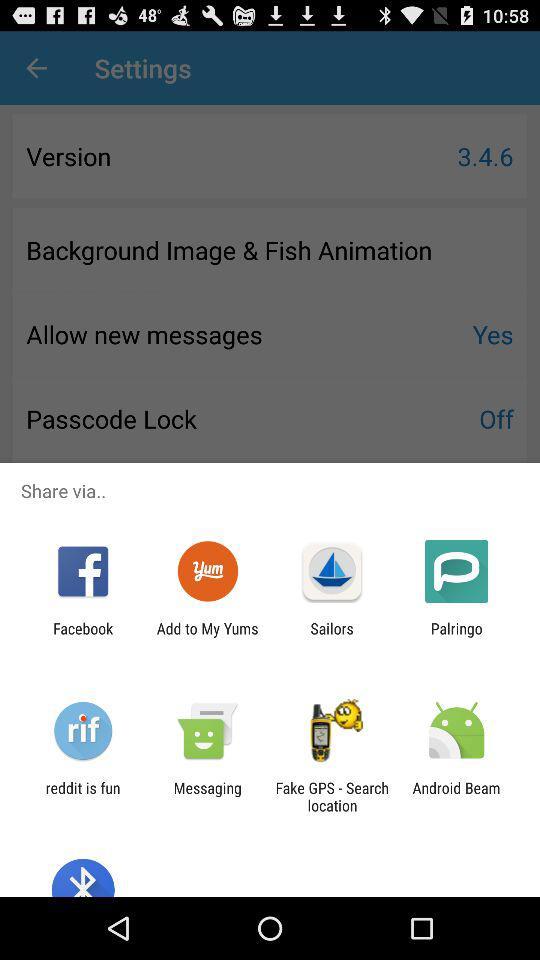 The image size is (540, 960). Describe the element at coordinates (332, 796) in the screenshot. I see `the fake gps search app` at that location.